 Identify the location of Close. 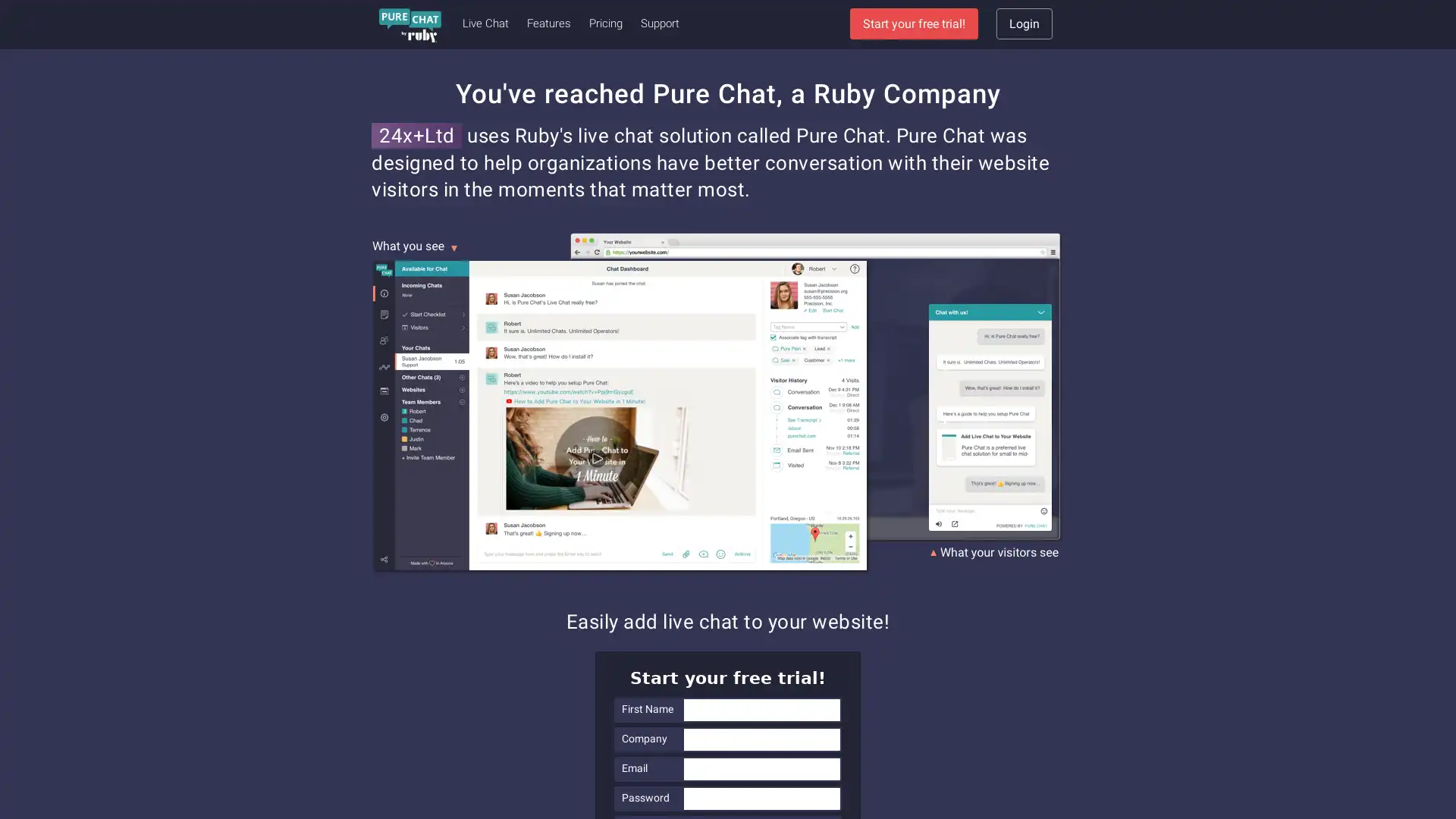
(584, 684).